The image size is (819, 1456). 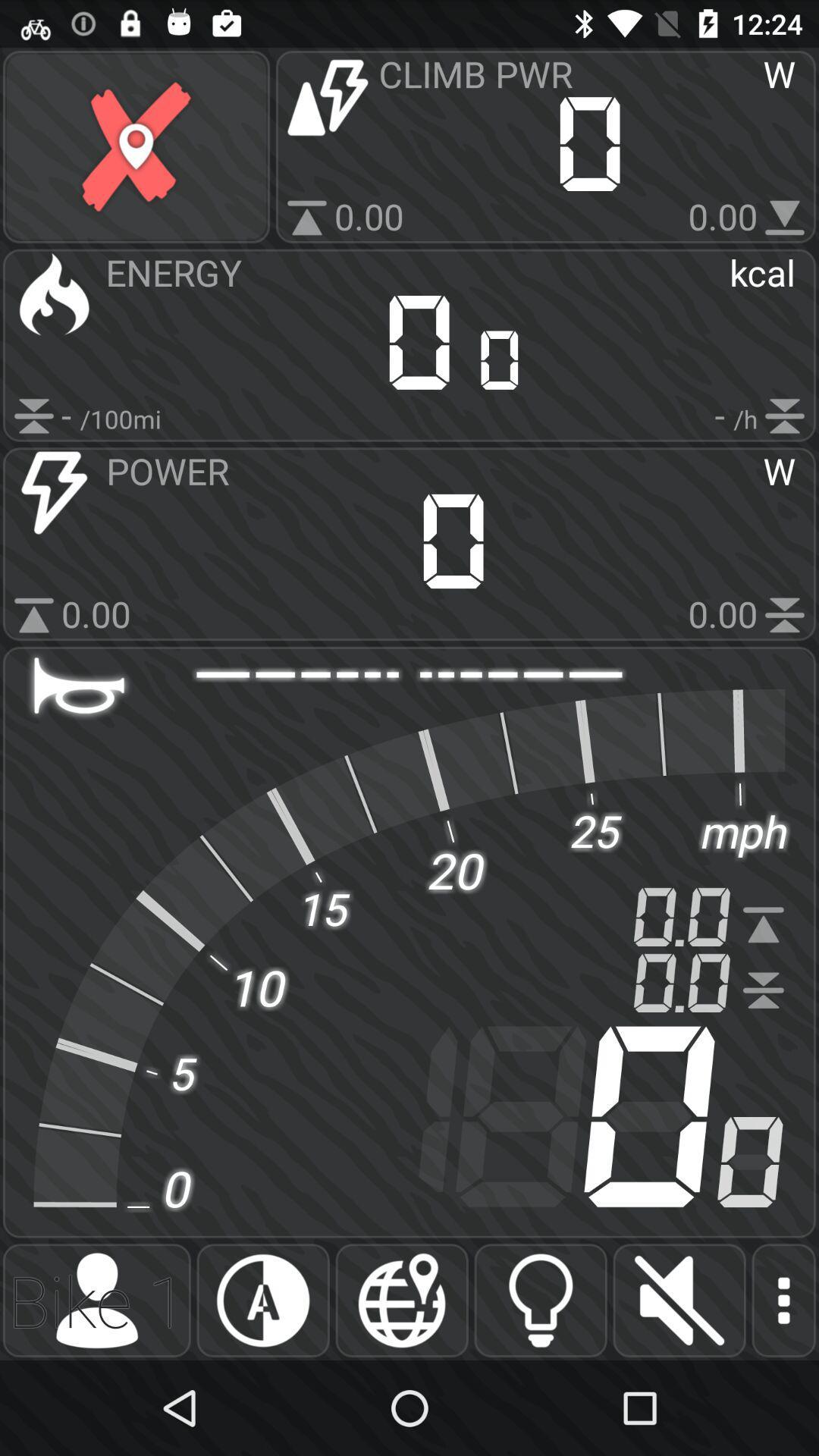 I want to click on open navigation, so click(x=401, y=1300).